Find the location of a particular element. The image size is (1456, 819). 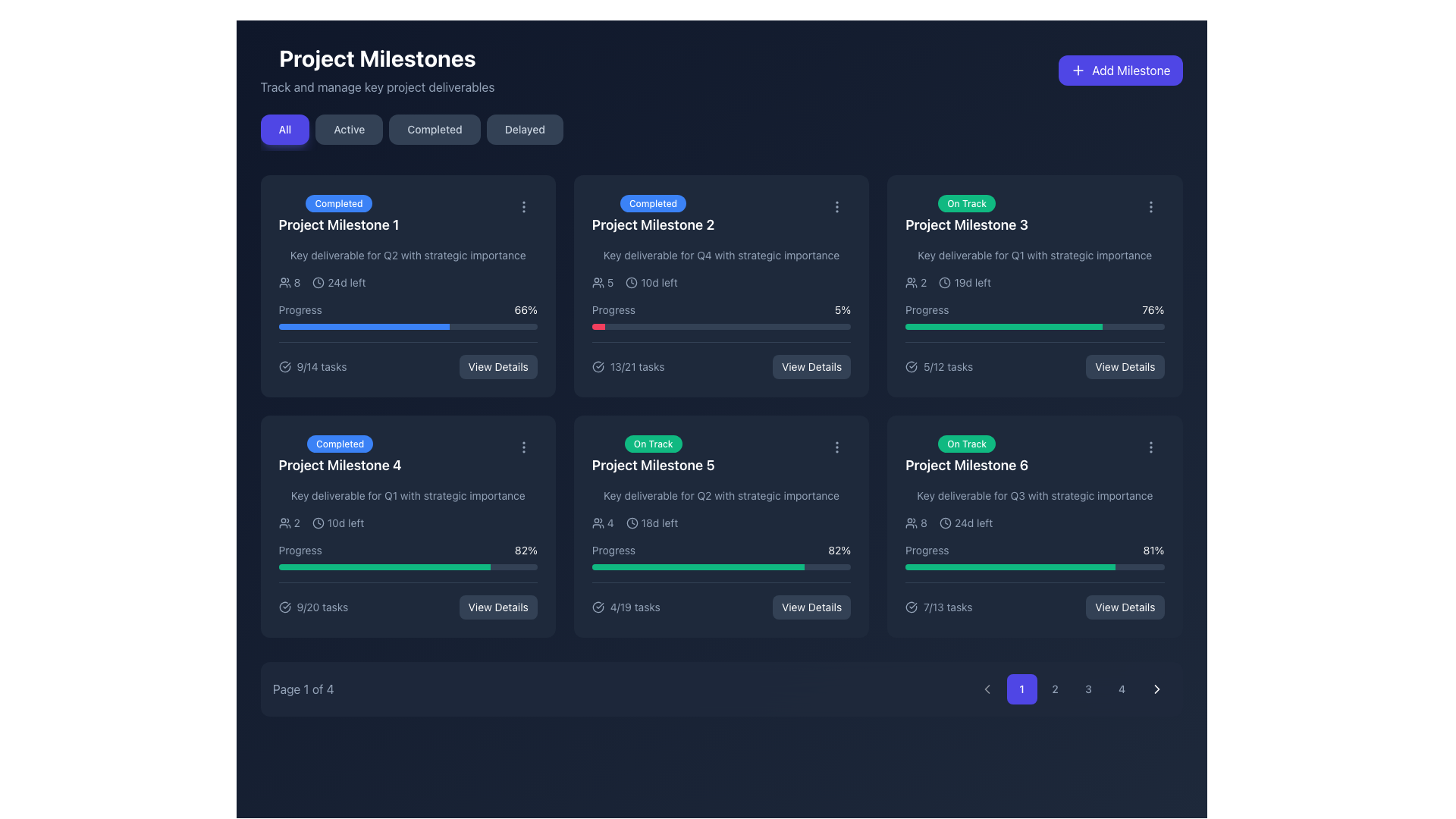

the user count text associated with the milestone on the 'Project Milestone 3' card, located in the second column, near '19d left', and adjacent to the user icon is located at coordinates (915, 283).